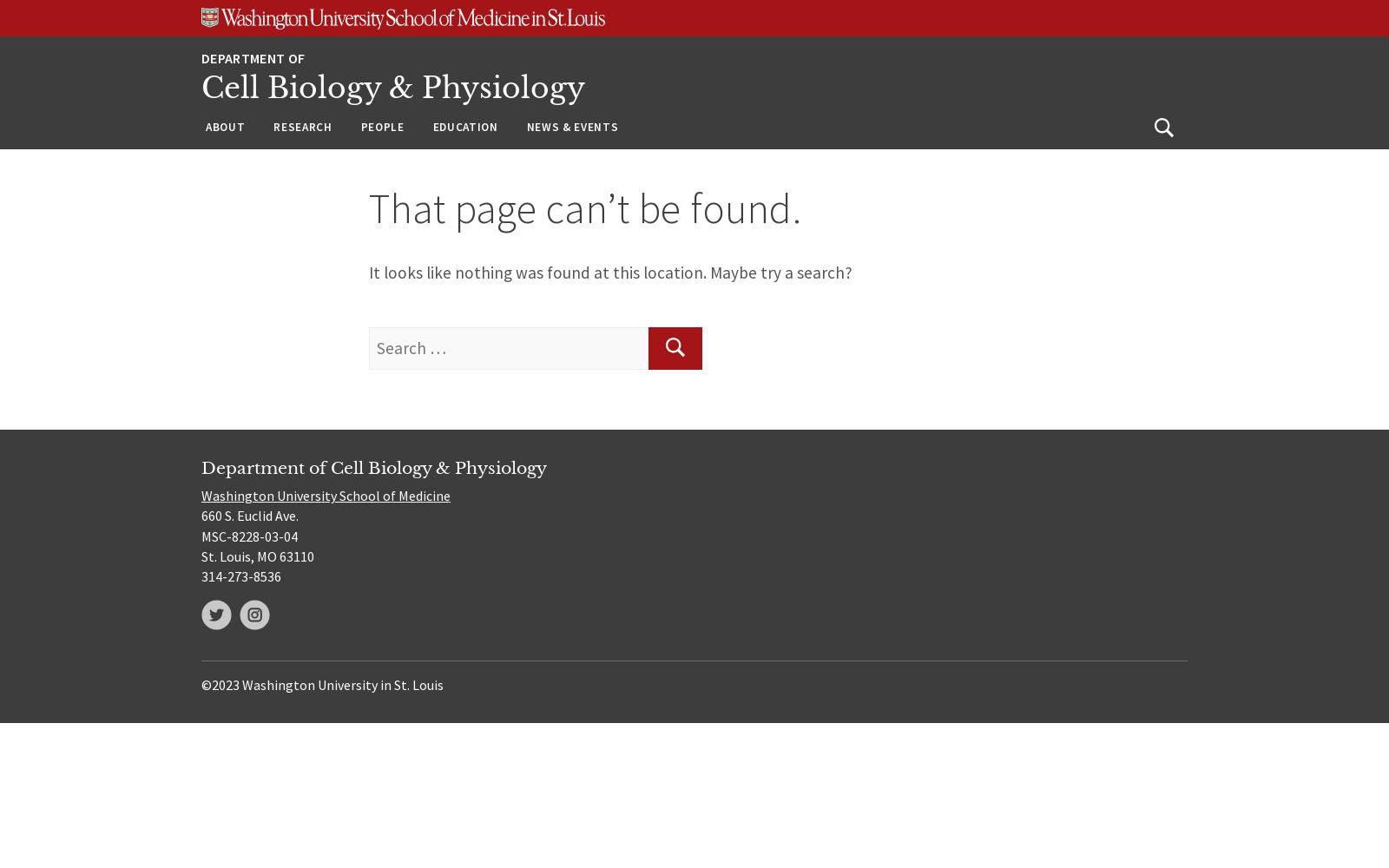 The width and height of the screenshot is (1389, 868). Describe the element at coordinates (257, 270) in the screenshot. I see `'Make an Impact'` at that location.